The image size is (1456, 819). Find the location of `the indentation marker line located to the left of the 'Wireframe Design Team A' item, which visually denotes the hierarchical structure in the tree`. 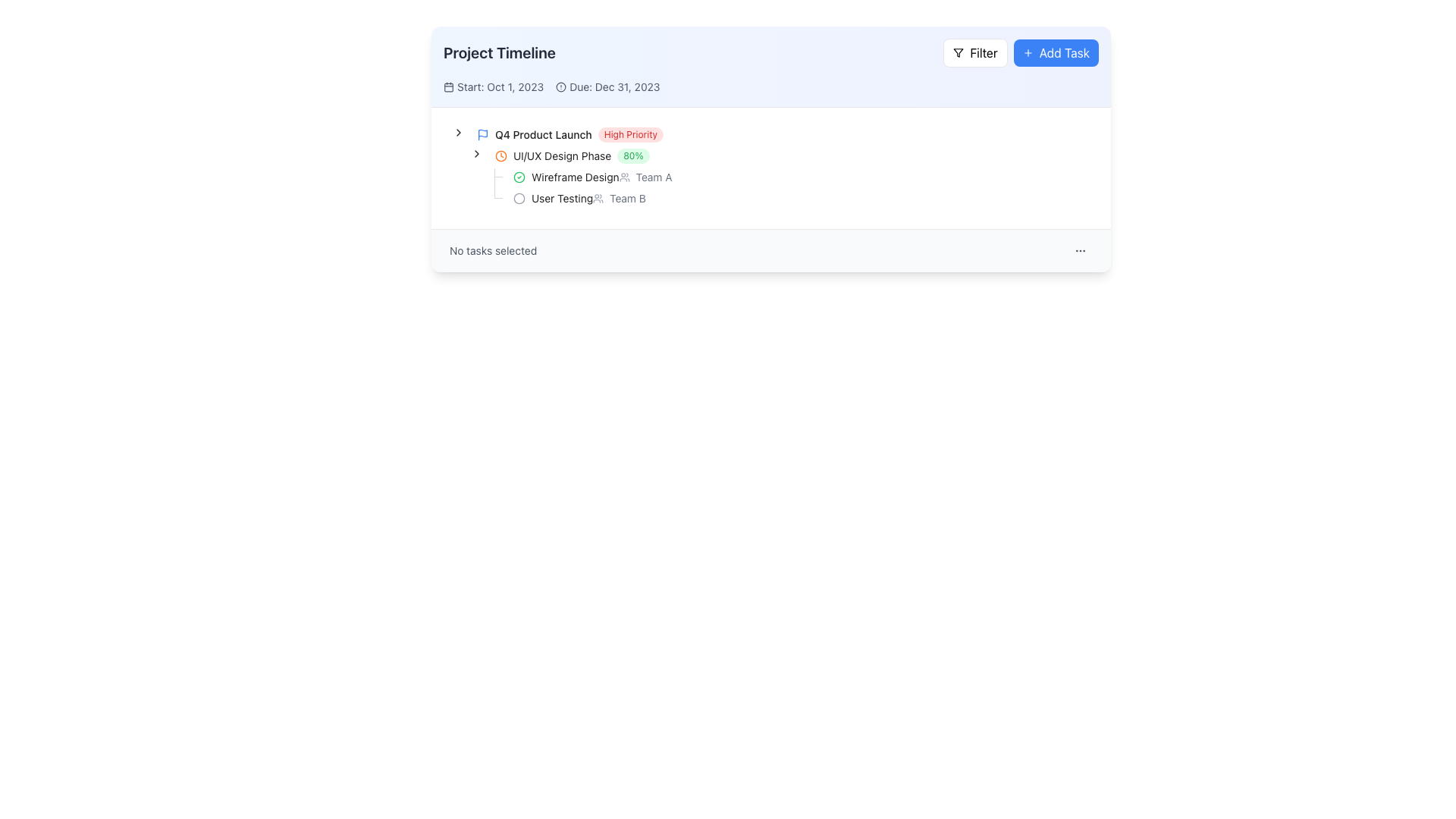

the indentation marker line located to the left of the 'Wireframe Design Team A' item, which visually denotes the hierarchical structure in the tree is located at coordinates (467, 177).